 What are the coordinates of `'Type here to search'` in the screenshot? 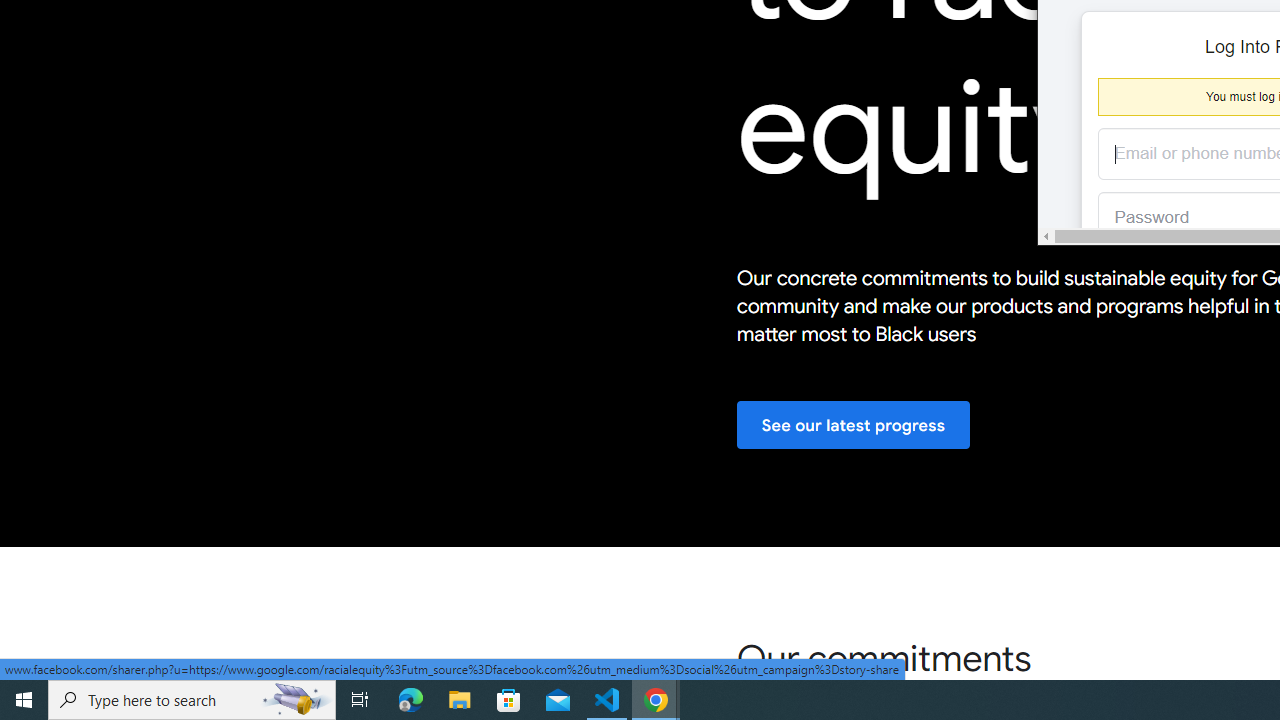 It's located at (192, 698).